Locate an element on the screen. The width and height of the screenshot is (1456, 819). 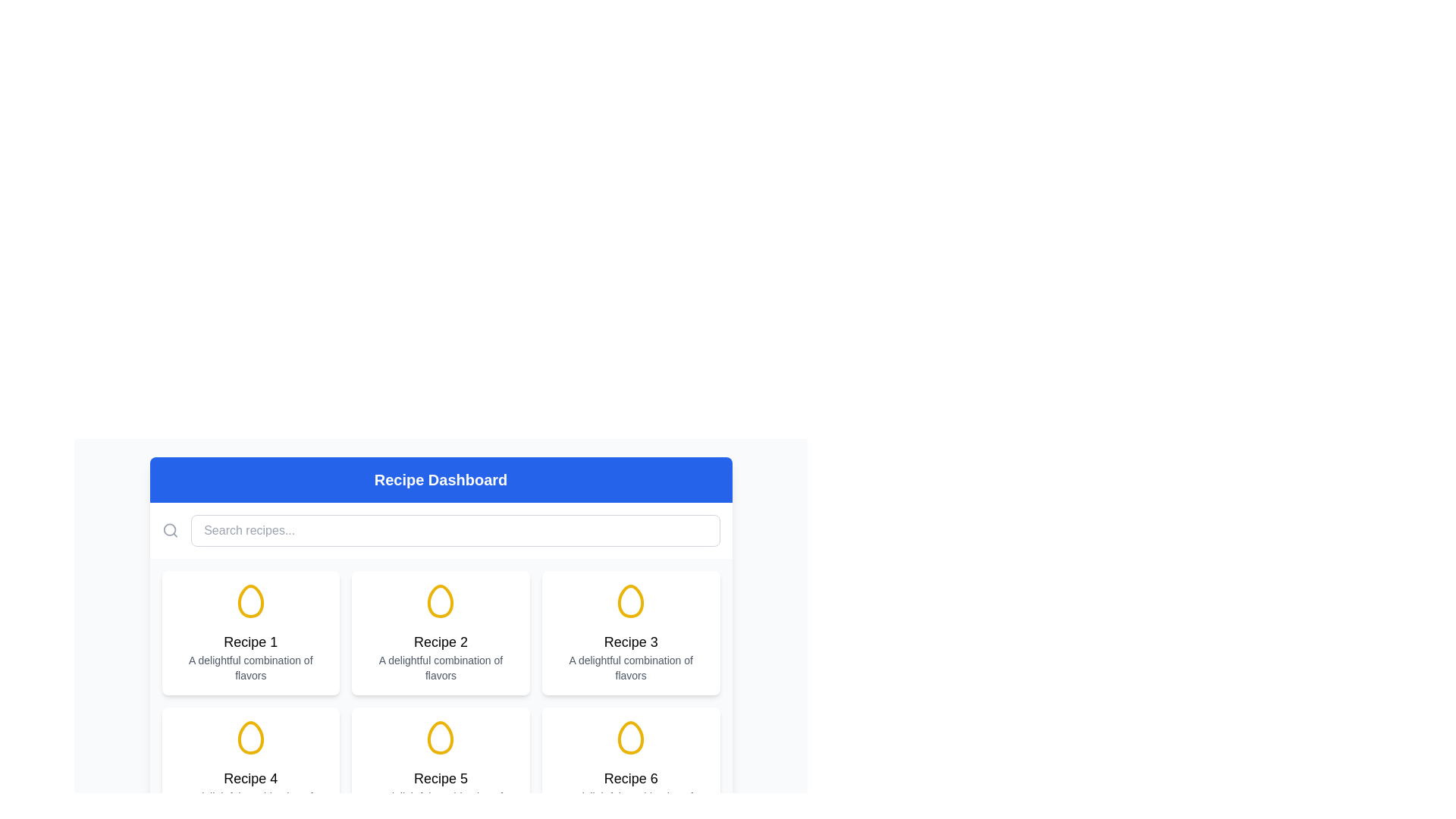
the egg icon located at the top of the card labeled 'Recipe 1', which features the text 'A delightful combination of flavors' underneath is located at coordinates (250, 601).